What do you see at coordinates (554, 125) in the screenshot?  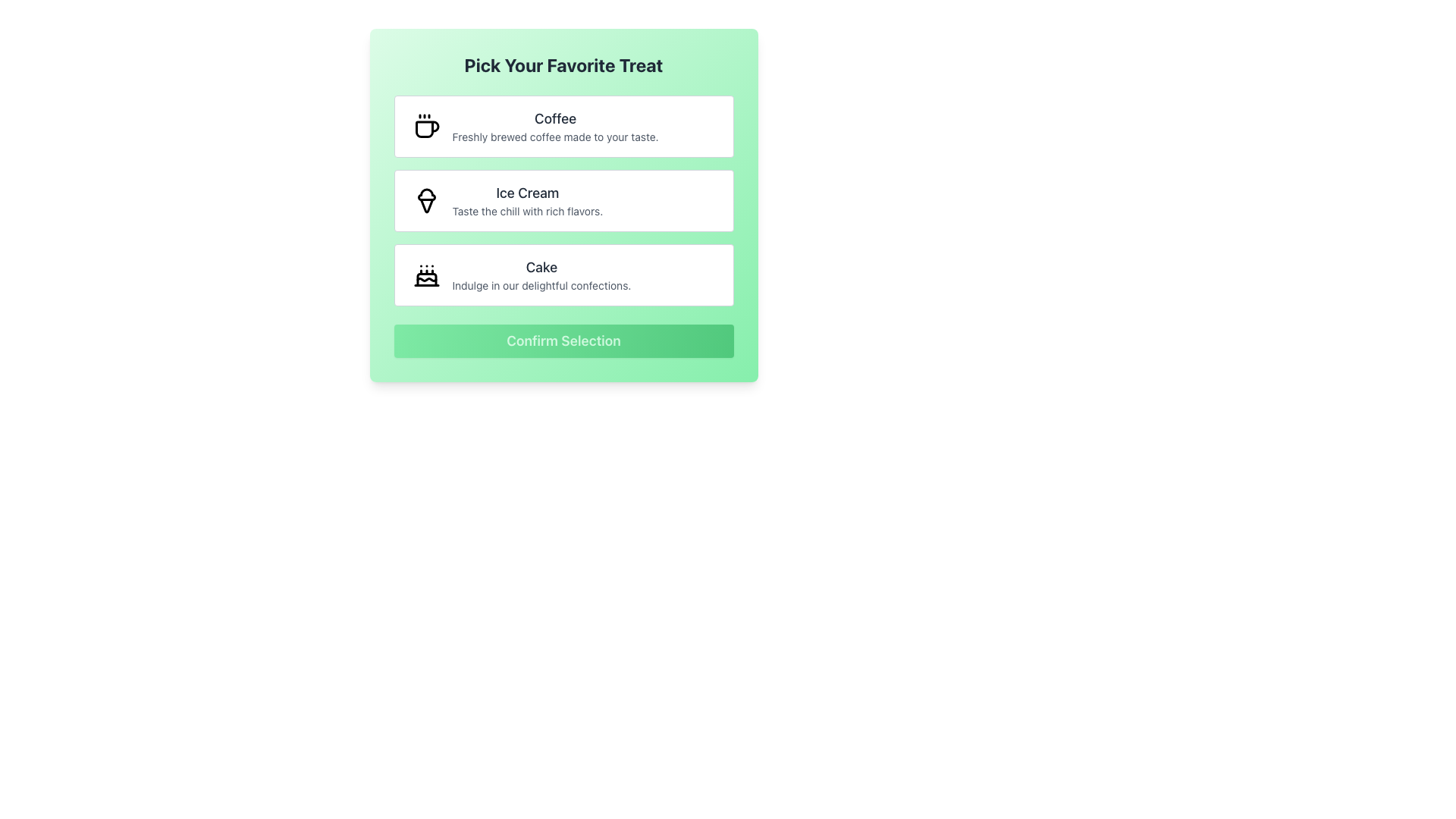 I see `the informational text block describing the 'Coffee' option, which is located to the right of the coffee cup icon in the topmost selectable card of the central panel` at bounding box center [554, 125].